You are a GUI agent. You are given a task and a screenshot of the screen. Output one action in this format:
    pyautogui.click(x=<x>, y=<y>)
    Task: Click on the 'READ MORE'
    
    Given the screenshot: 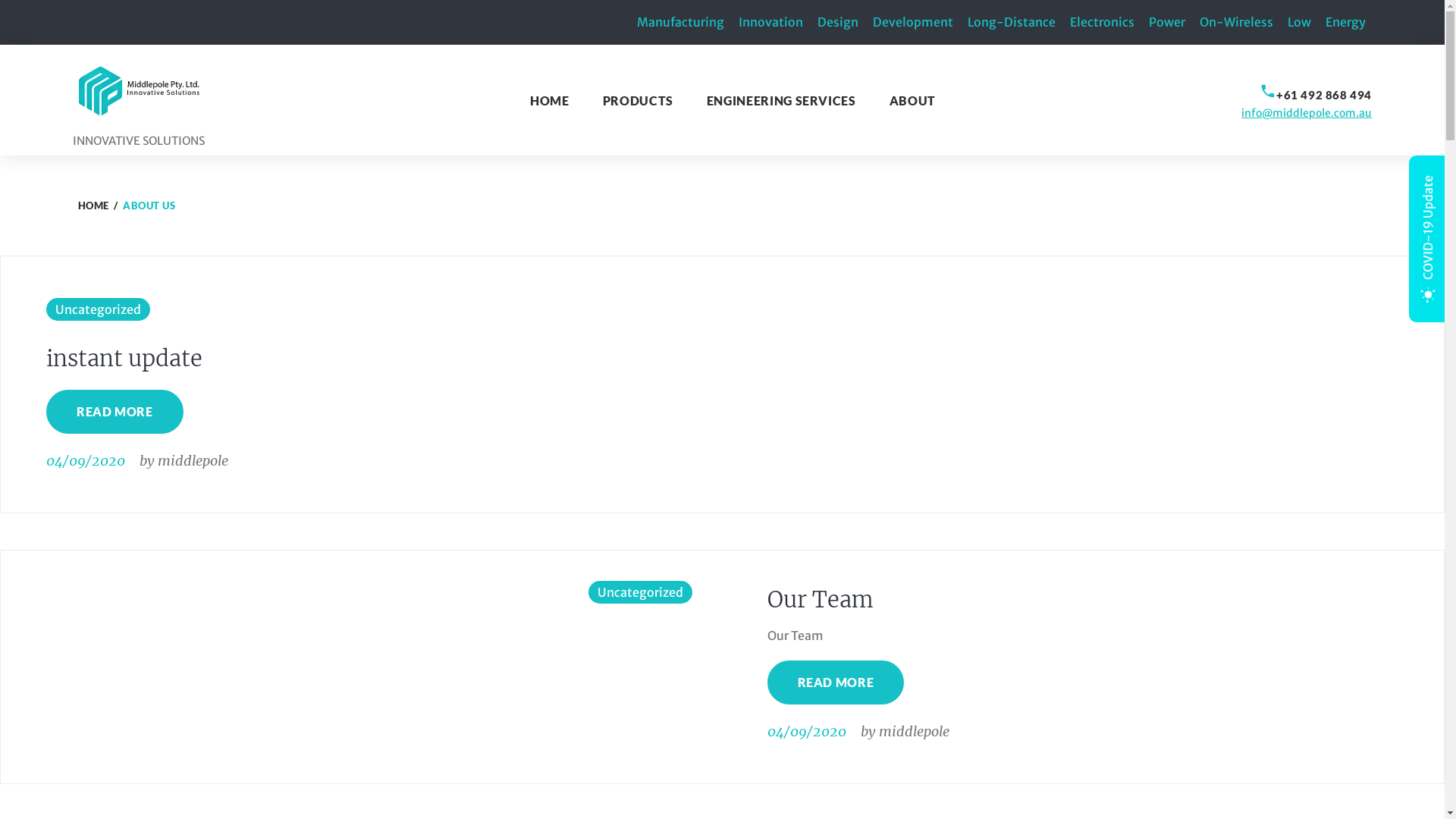 What is the action you would take?
    pyautogui.click(x=114, y=412)
    